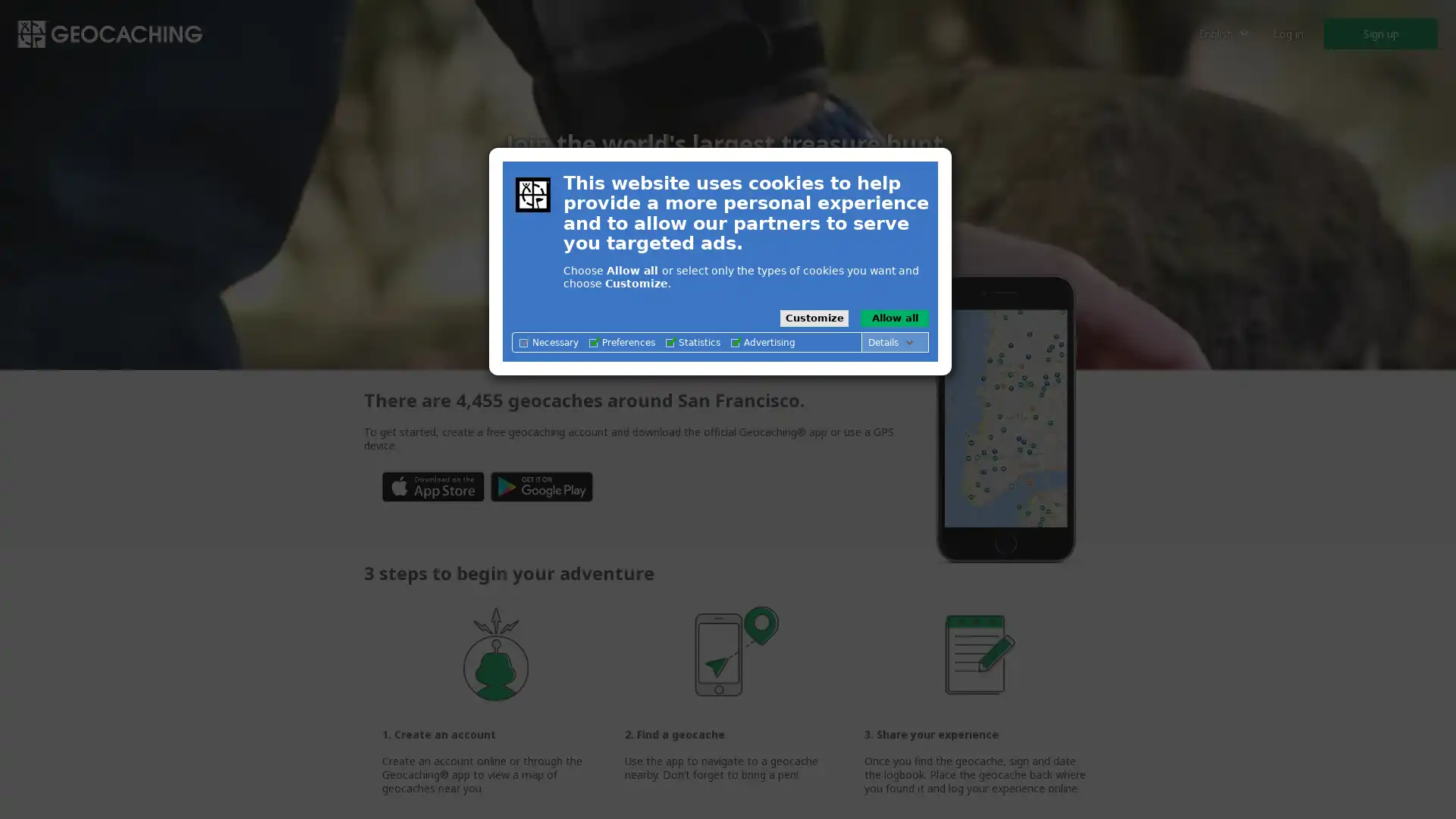 The height and width of the screenshot is (819, 1456). I want to click on Play what is geocaching video, so click(728, 195).